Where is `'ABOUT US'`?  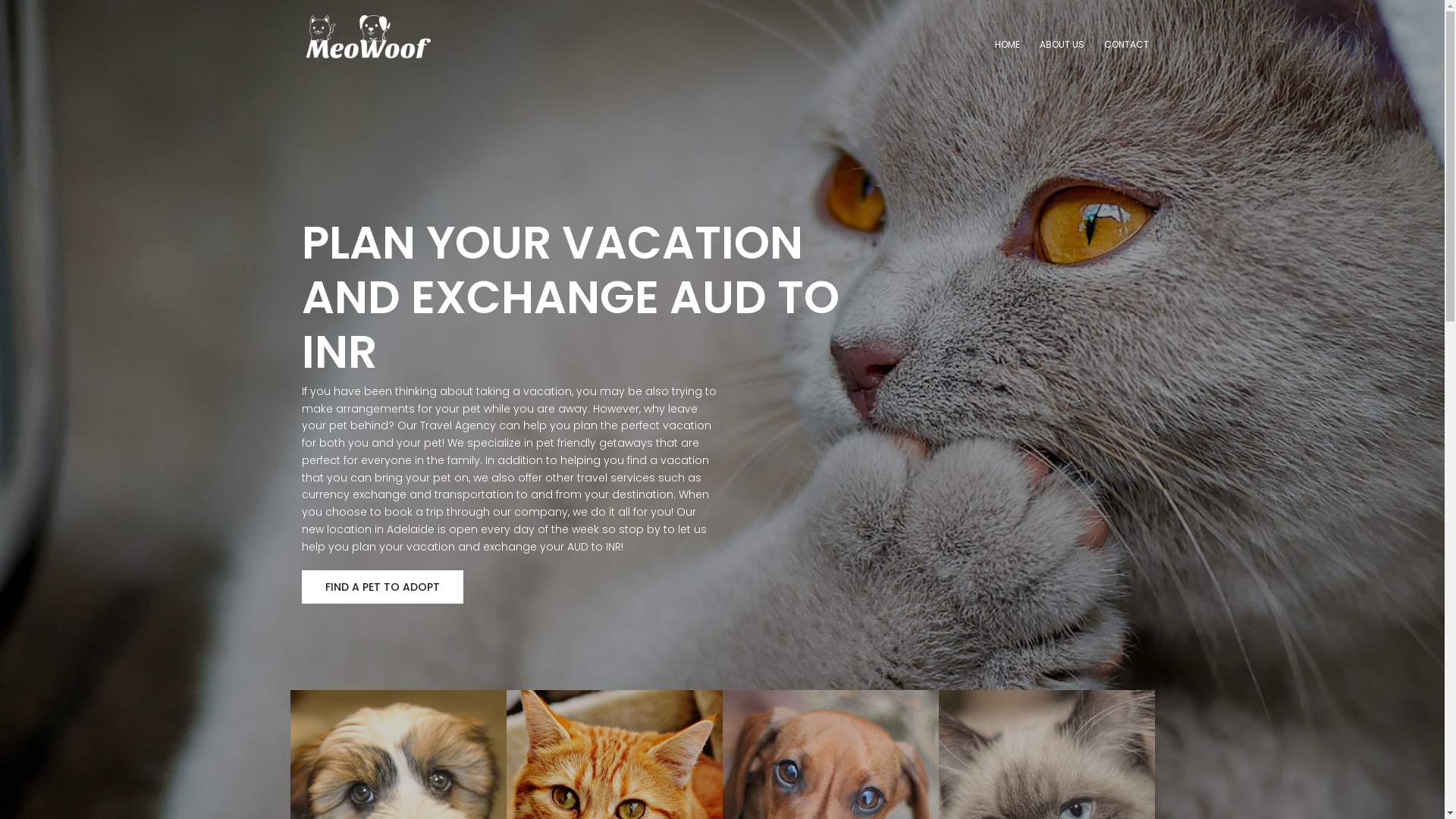 'ABOUT US' is located at coordinates (1060, 44).